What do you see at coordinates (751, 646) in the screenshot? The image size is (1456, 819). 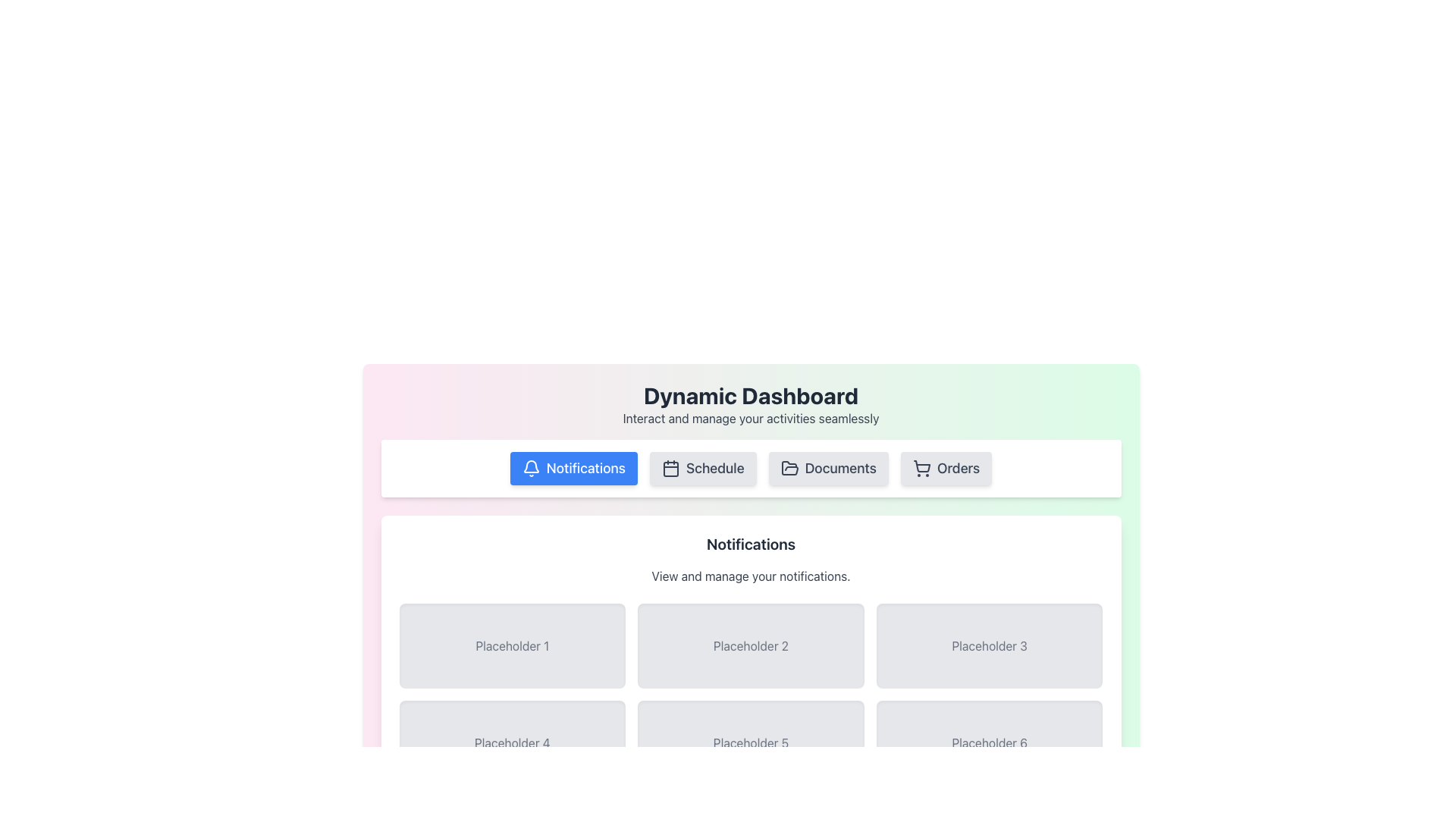 I see `the second item in the grid layout, which is a Static content box used for layout or content demonstration purposes, located below the 'Notifications' section title` at bounding box center [751, 646].